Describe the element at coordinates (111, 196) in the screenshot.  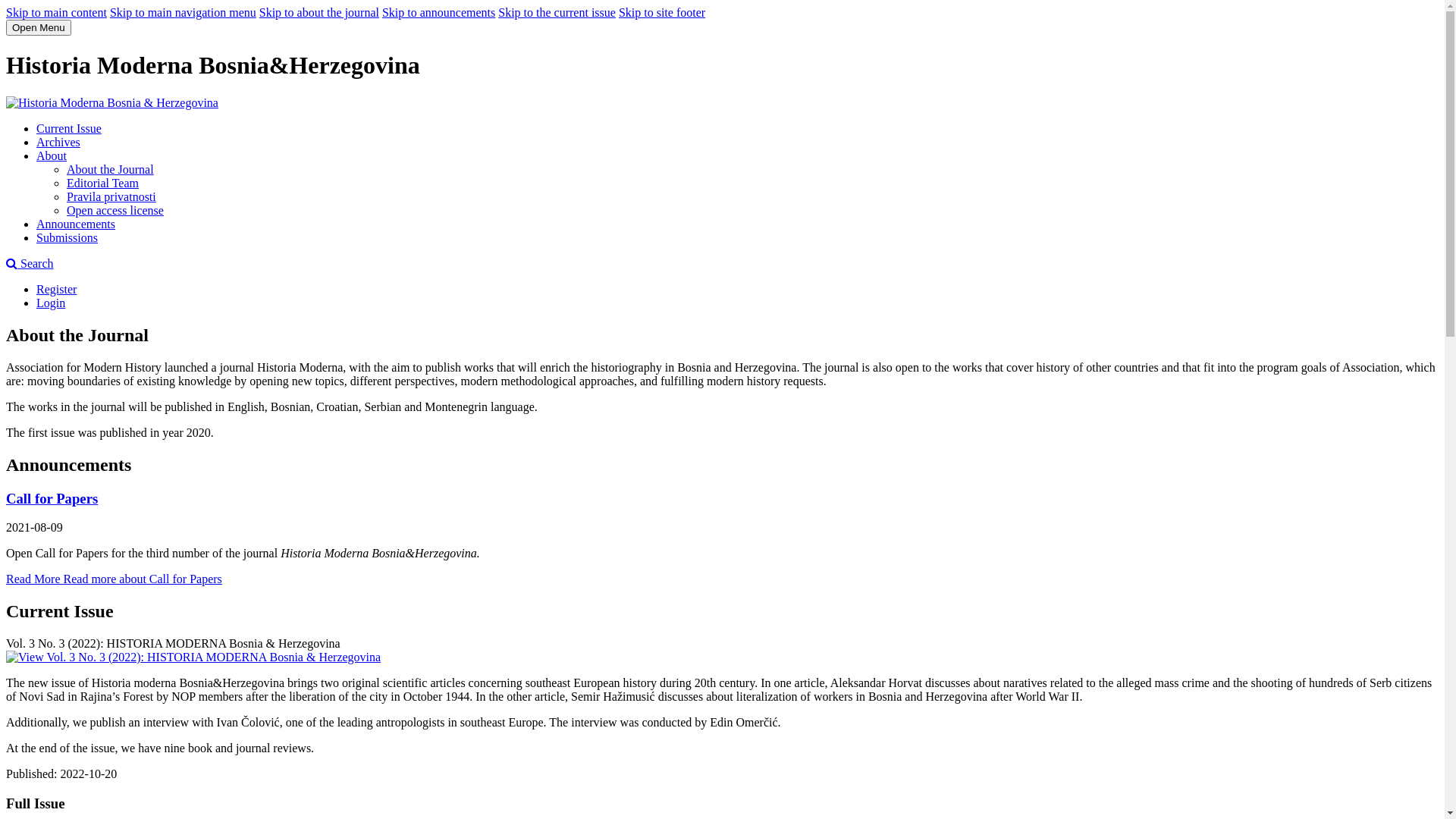
I see `'Pravila privatnosti'` at that location.